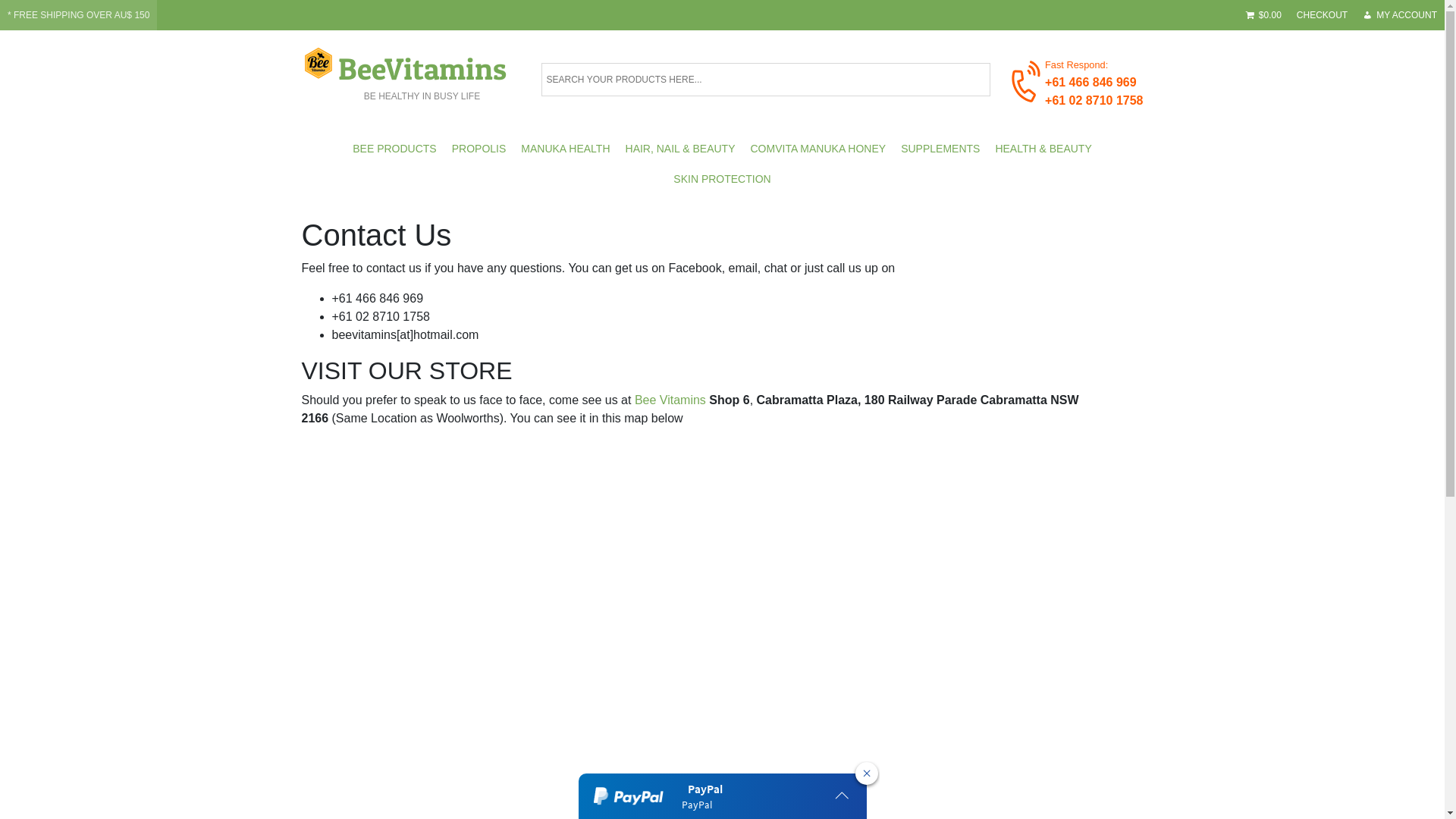  I want to click on 'MY ACCOUNT', so click(1399, 14).